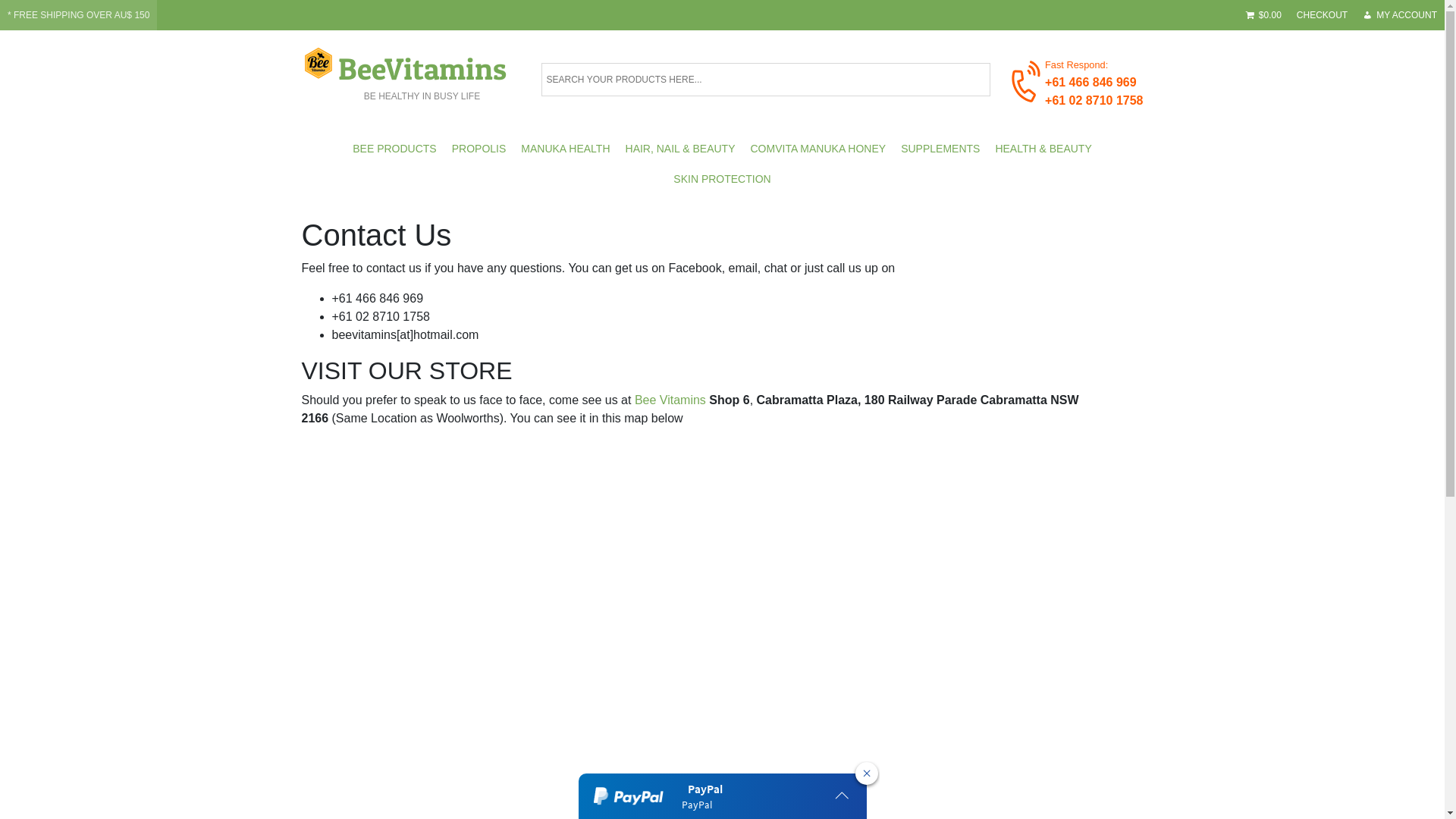  I want to click on 'MY ACCOUNT', so click(1399, 14).